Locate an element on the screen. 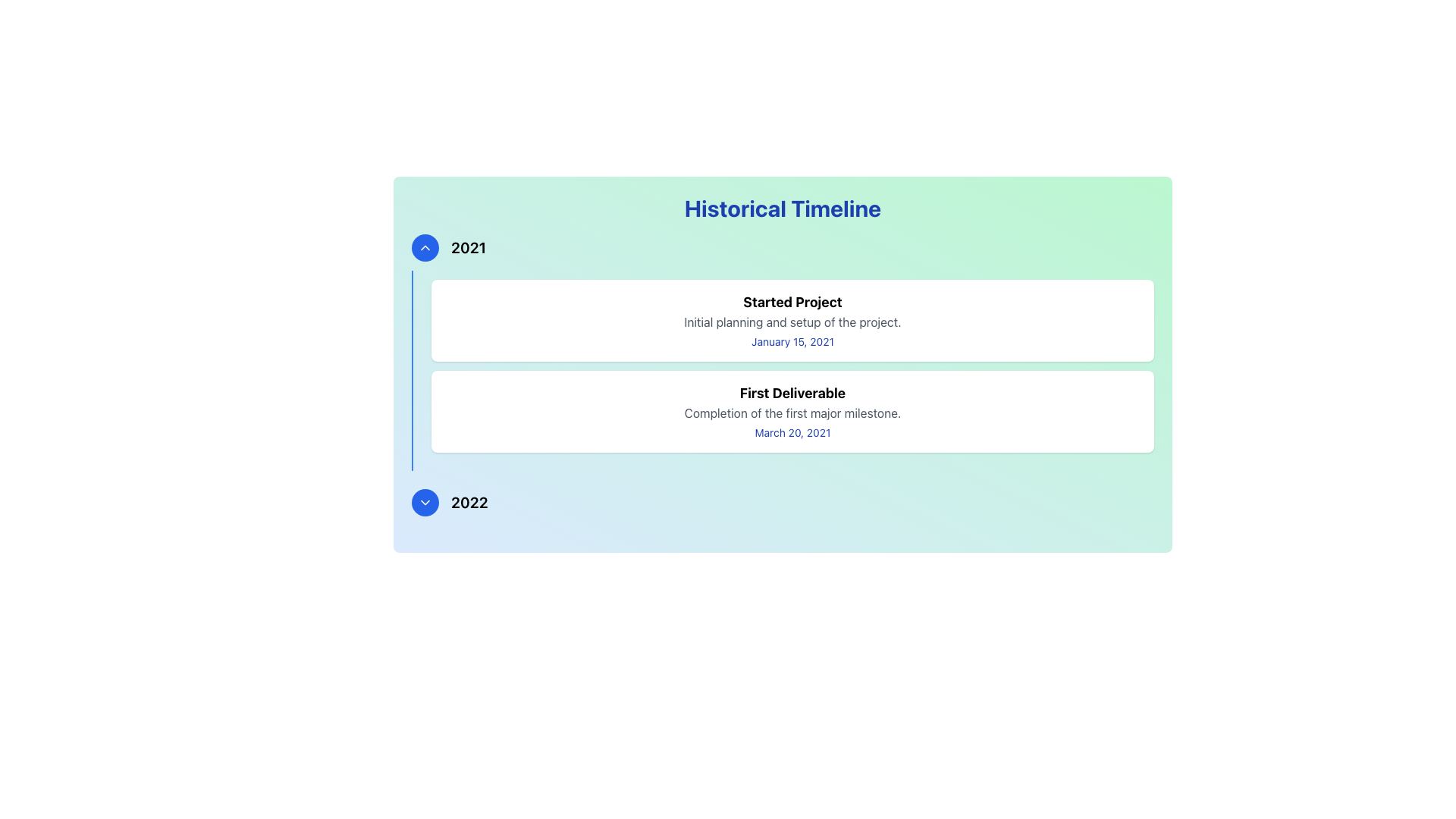 This screenshot has width=1456, height=819. the static text element that displays the completion date of the 'First Deliverable' milestone, positioned under the text 'Completion of the first major milestone.' is located at coordinates (792, 432).